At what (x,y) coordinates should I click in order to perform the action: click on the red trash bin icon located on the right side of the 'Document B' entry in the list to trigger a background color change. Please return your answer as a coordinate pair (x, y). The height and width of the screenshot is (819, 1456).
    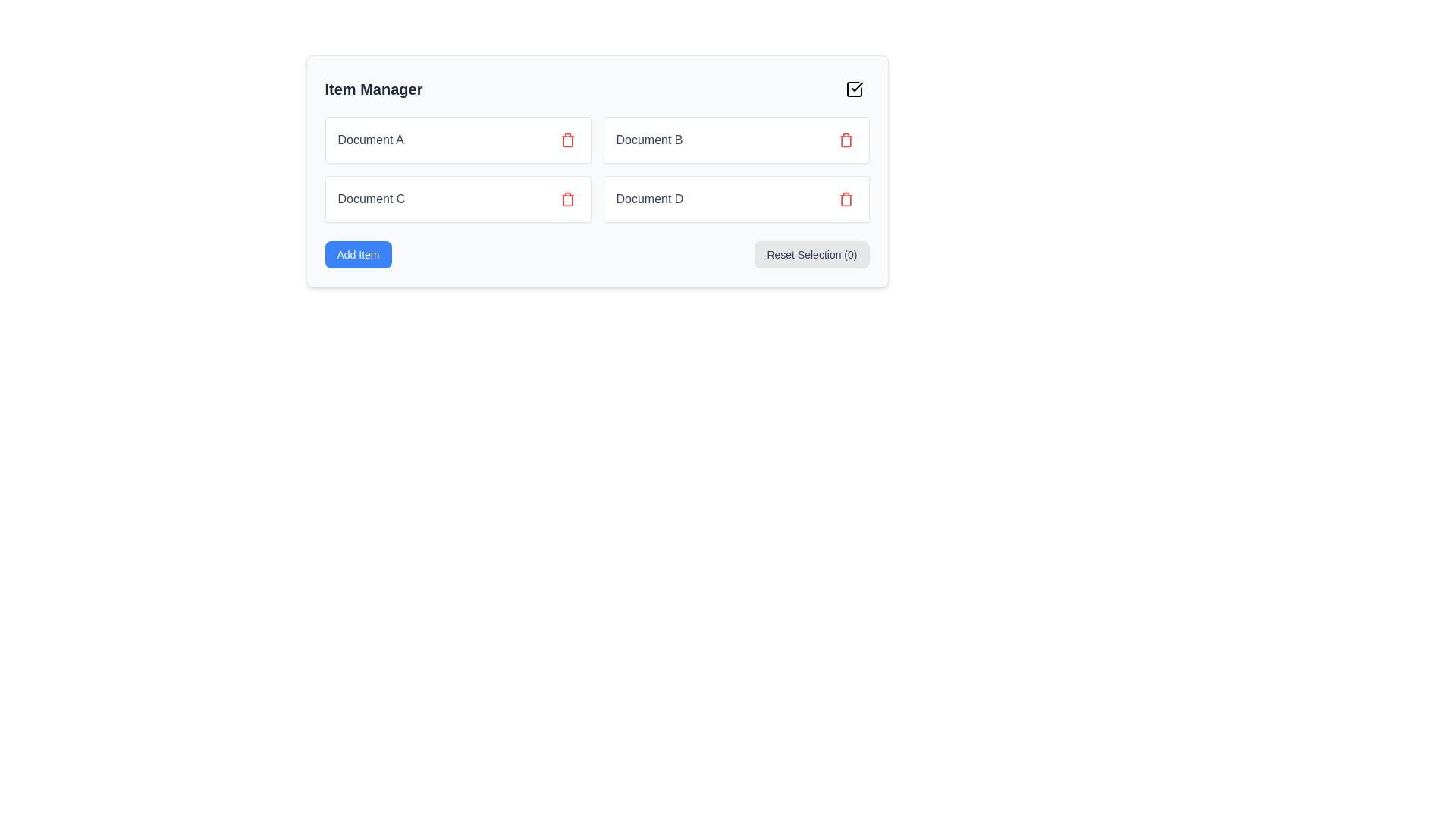
    Looking at the image, I should click on (845, 140).